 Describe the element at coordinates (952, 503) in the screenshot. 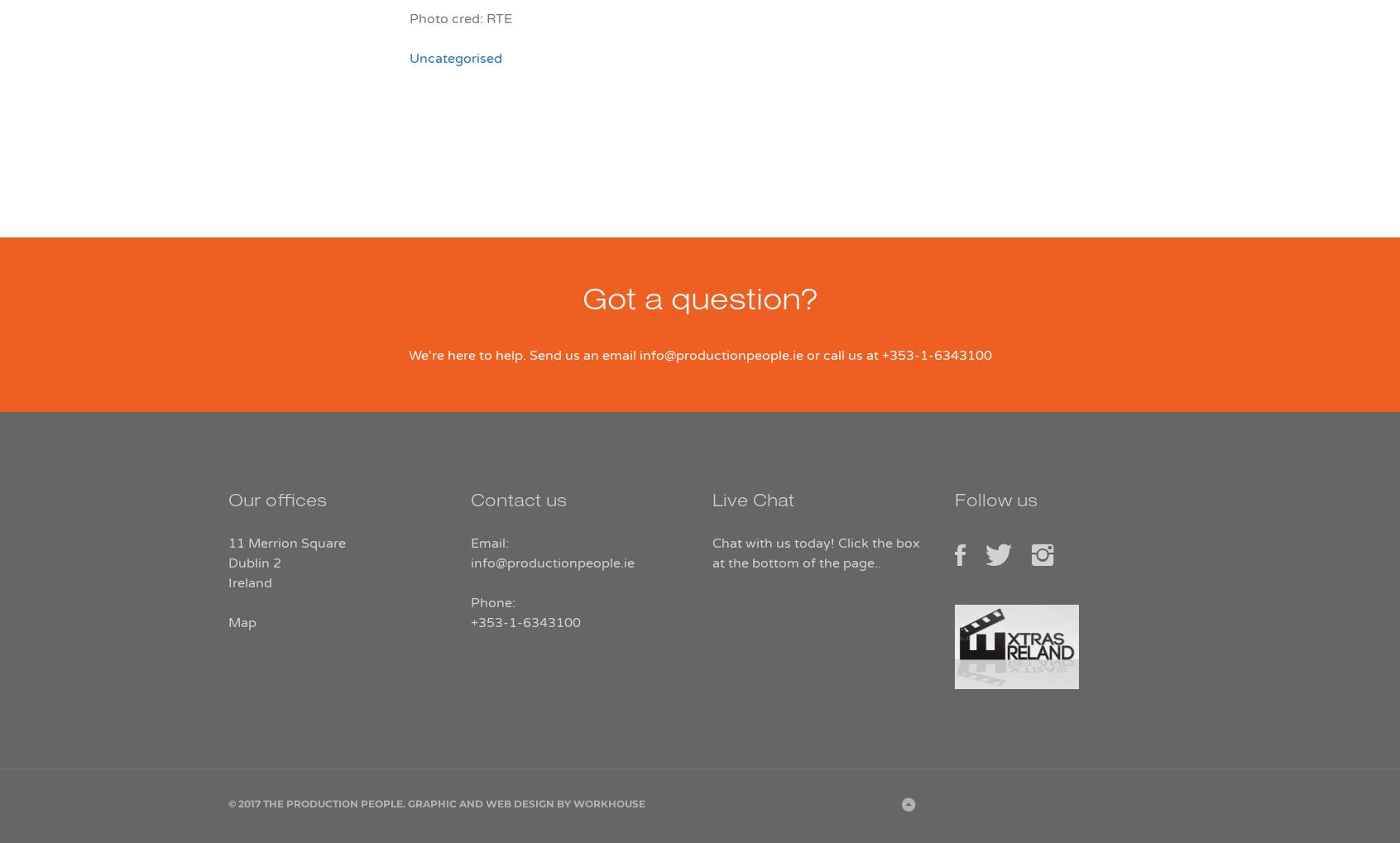

I see `'Follow us'` at that location.